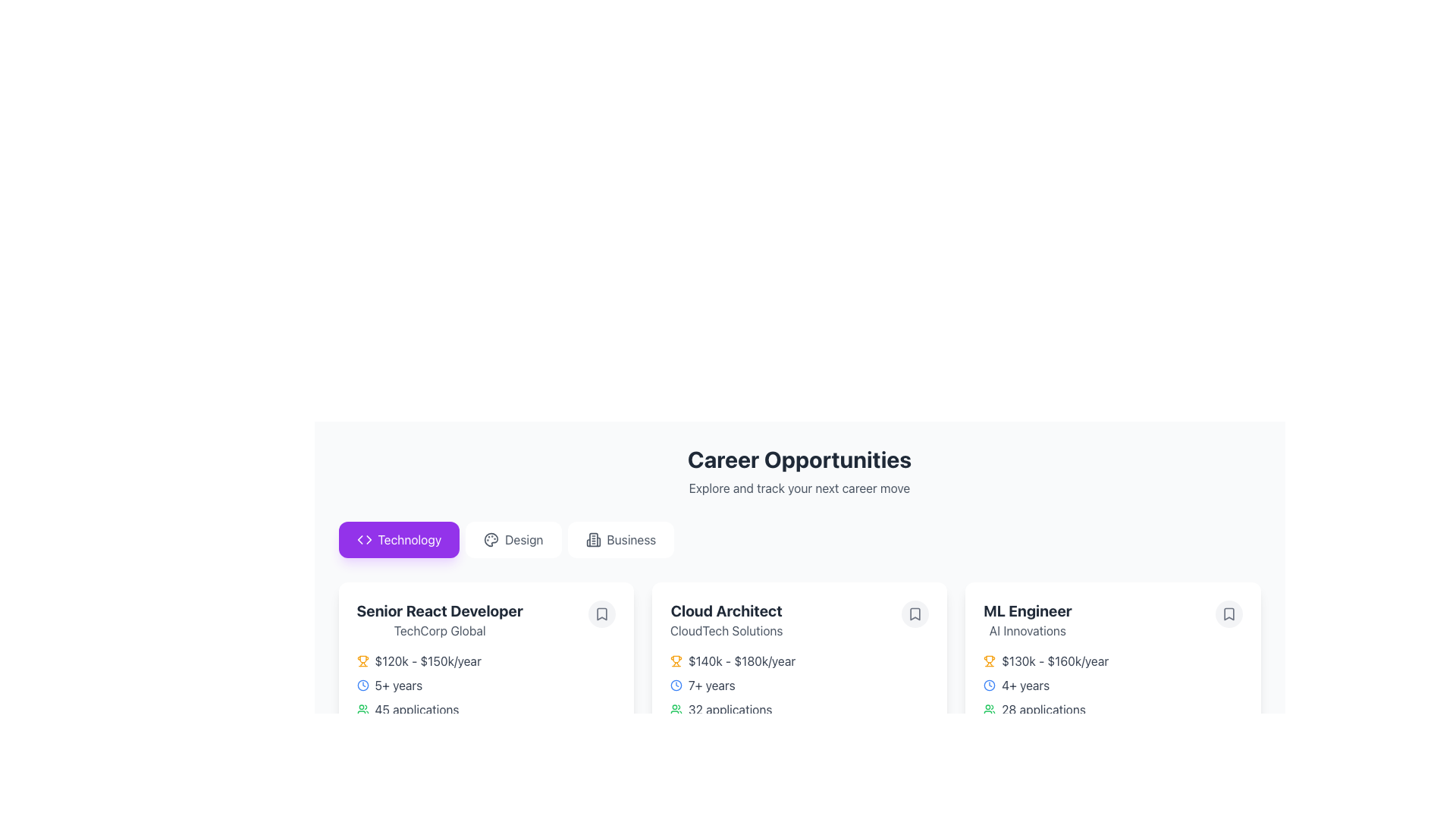 The image size is (1456, 819). What do you see at coordinates (439, 620) in the screenshot?
I see `job details text block displaying the title 'Senior React Developer' and the company name 'TechCorp Global', which is the first job listing under the 'Technology' tab` at bounding box center [439, 620].